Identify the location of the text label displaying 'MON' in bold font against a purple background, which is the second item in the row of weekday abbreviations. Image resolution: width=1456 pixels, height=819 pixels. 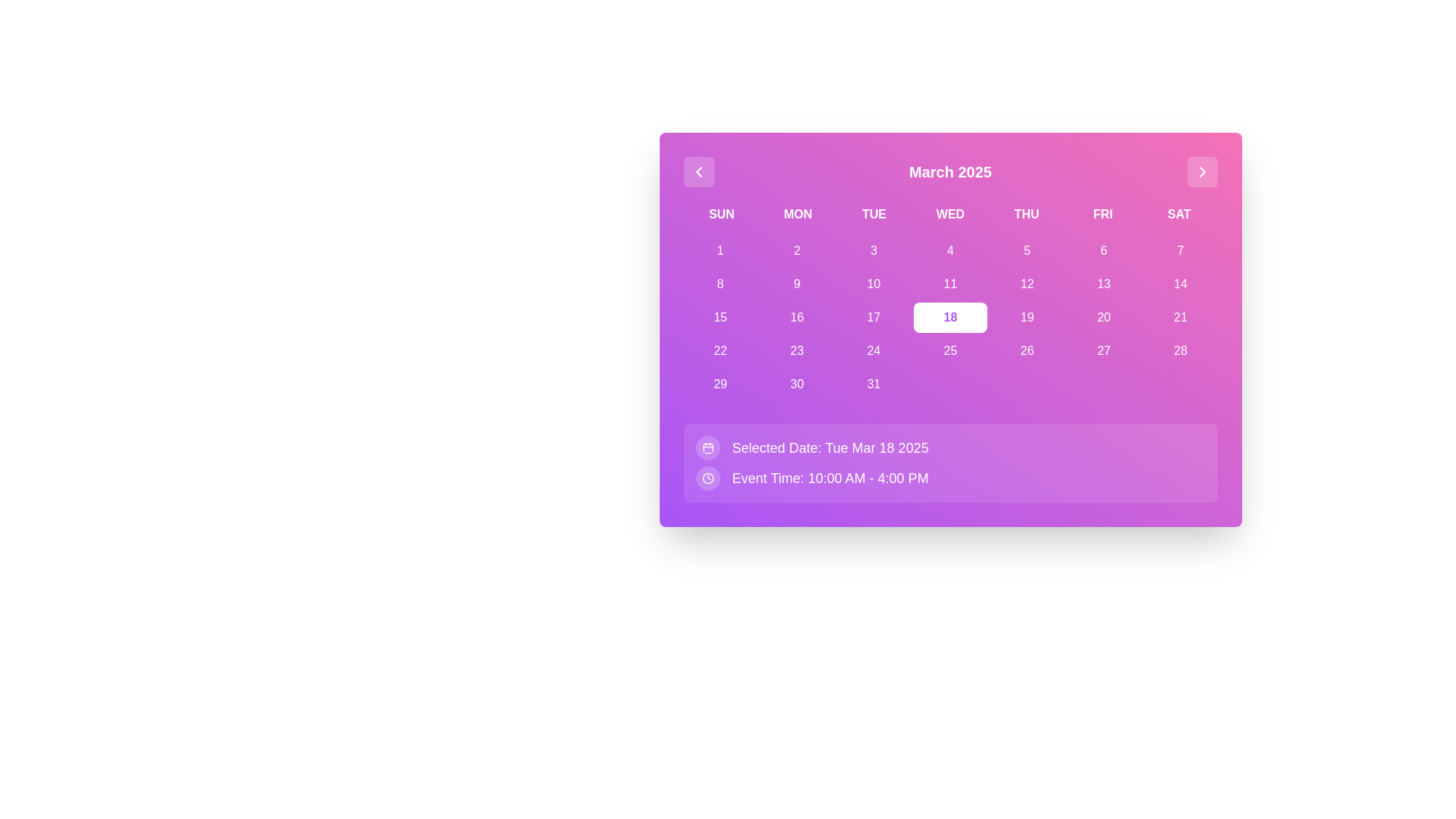
(797, 214).